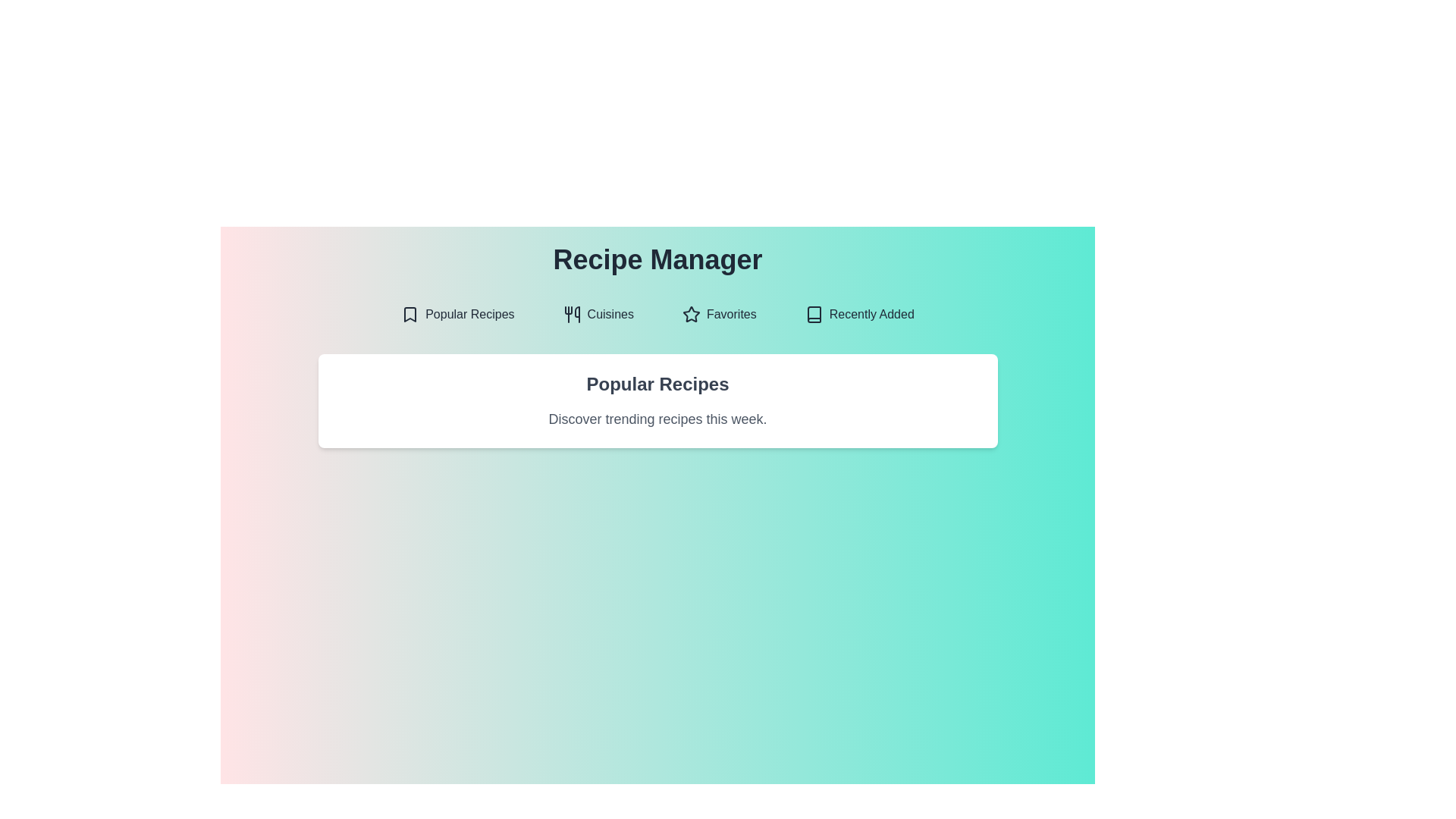 Image resolution: width=1456 pixels, height=819 pixels. Describe the element at coordinates (859, 314) in the screenshot. I see `the Recently Added tab` at that location.